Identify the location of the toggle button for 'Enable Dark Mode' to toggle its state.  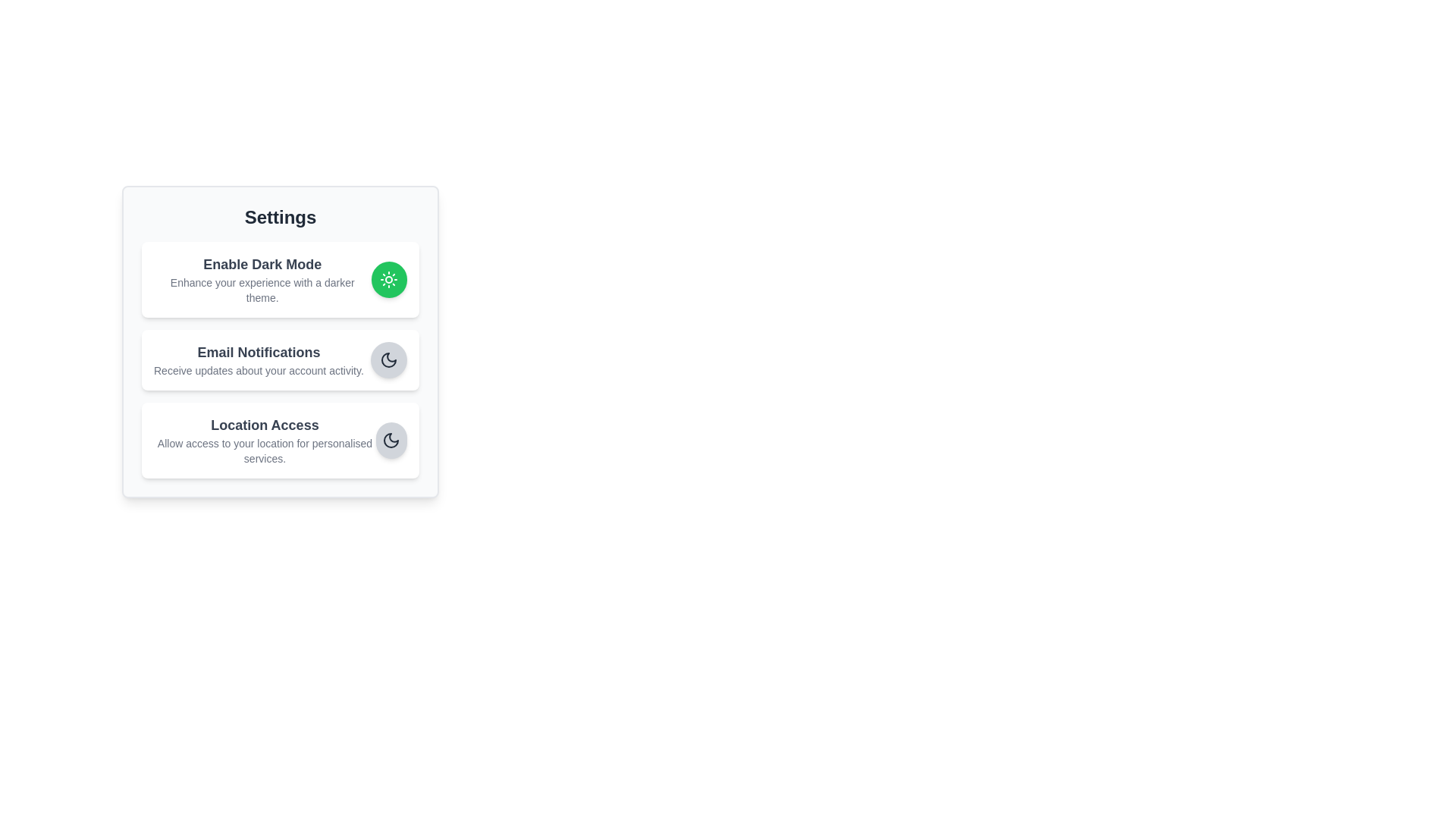
(389, 280).